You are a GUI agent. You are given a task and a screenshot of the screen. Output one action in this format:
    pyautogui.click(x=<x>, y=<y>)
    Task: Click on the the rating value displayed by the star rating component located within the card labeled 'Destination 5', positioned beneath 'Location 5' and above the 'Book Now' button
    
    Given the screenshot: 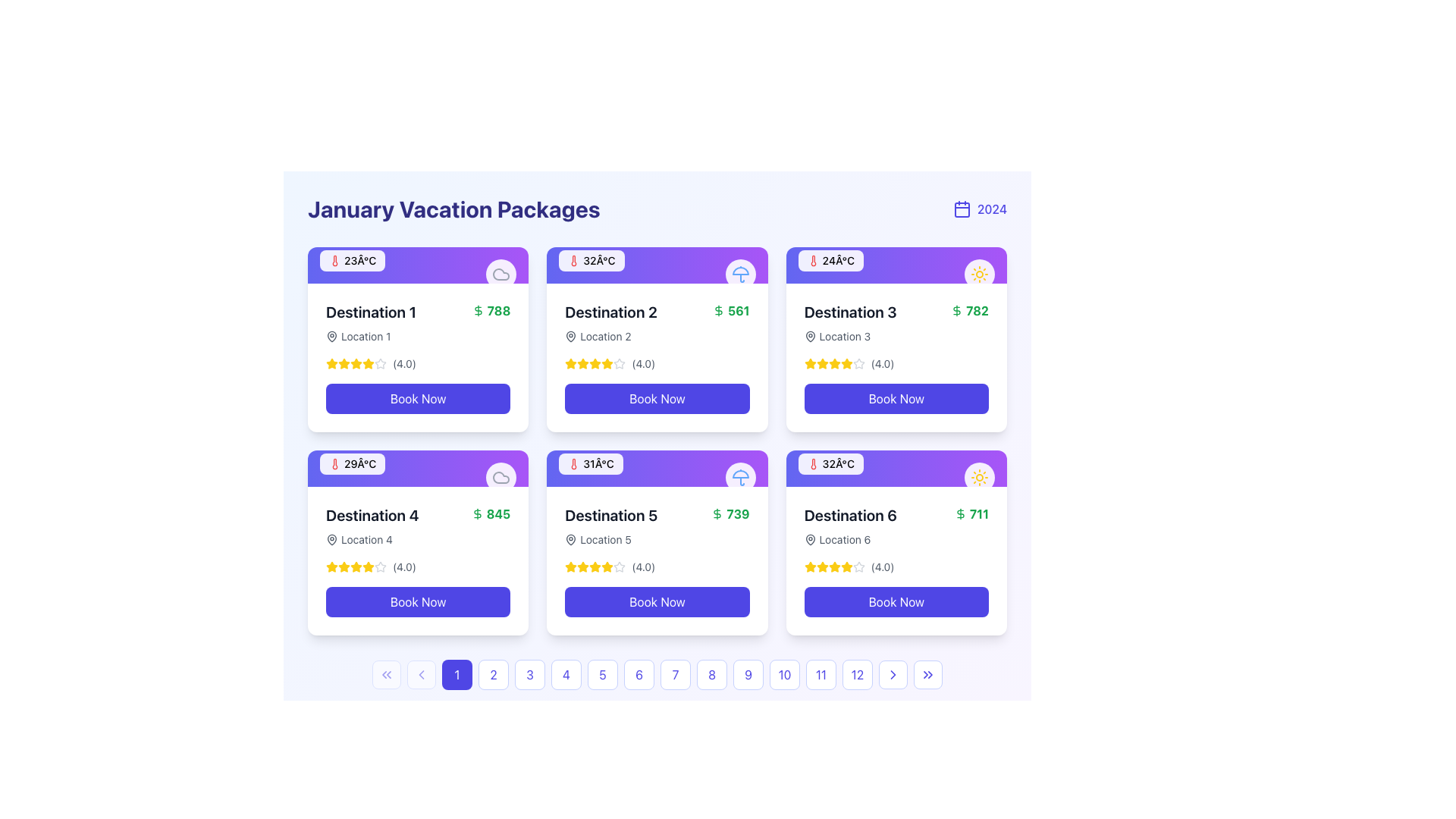 What is the action you would take?
    pyautogui.click(x=657, y=567)
    